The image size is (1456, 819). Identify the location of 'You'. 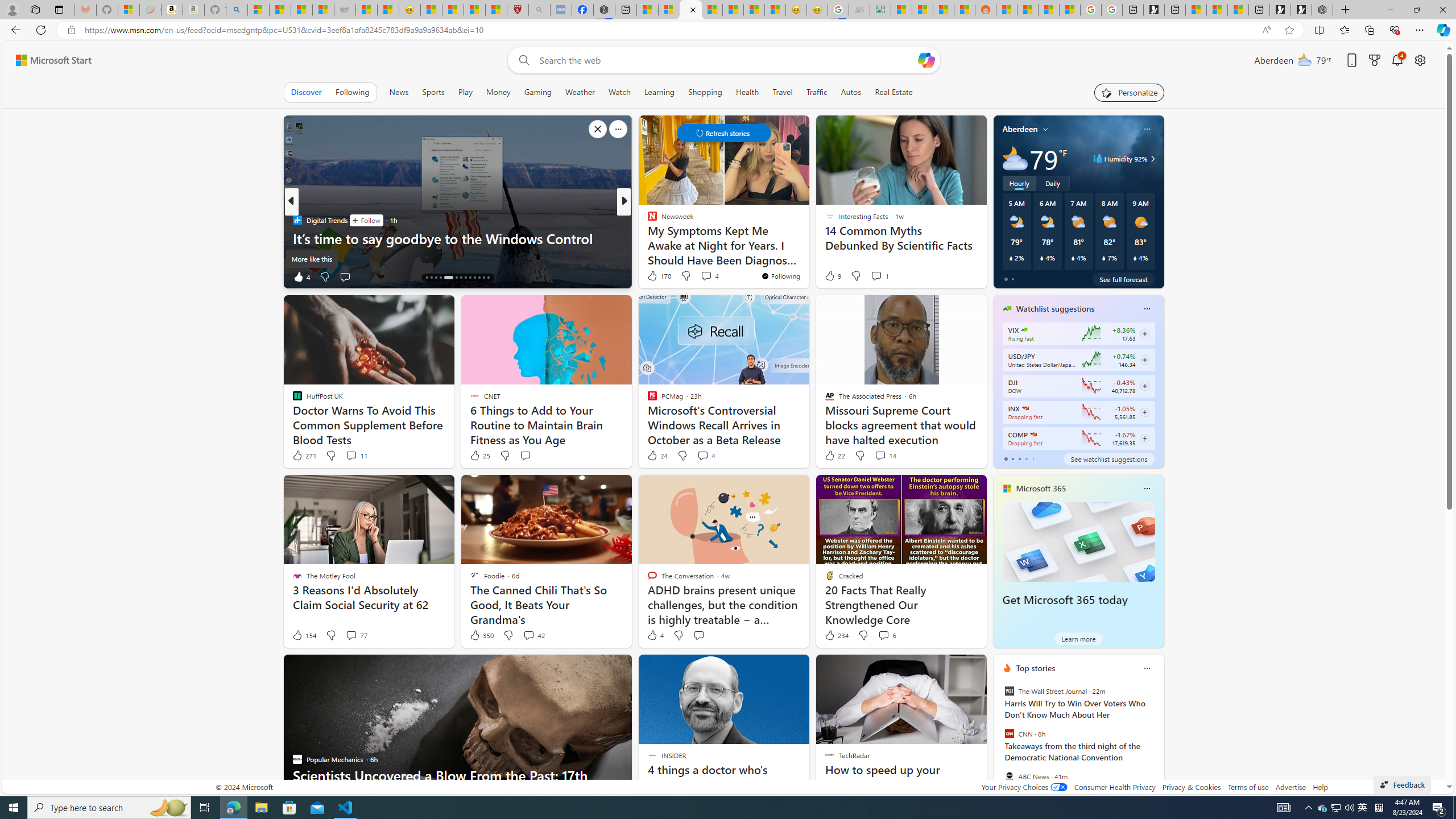
(780, 276).